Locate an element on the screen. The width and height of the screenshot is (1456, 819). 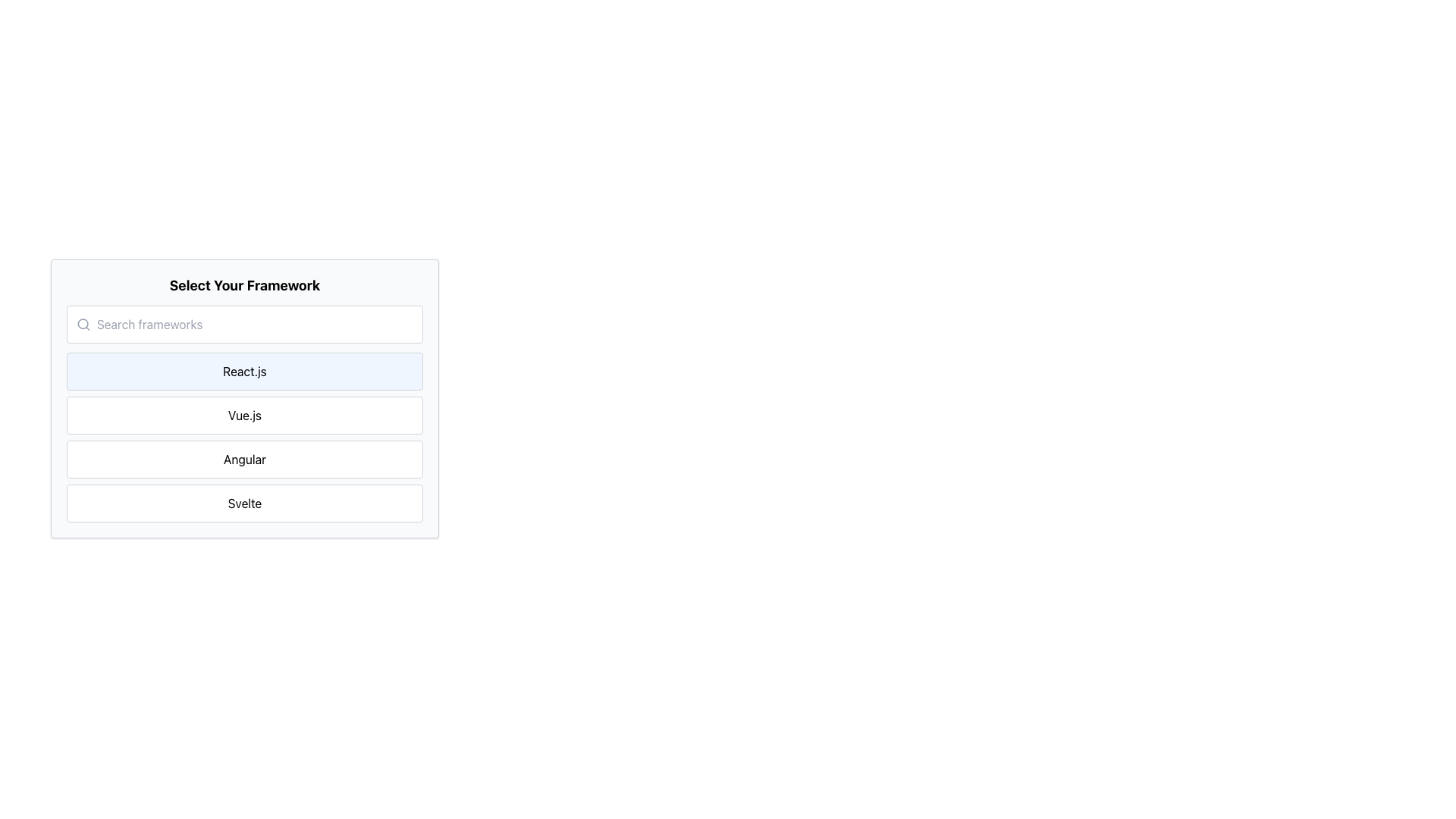
the 'React.js' button, the first item in a vertical list of programming frameworks is located at coordinates (244, 371).